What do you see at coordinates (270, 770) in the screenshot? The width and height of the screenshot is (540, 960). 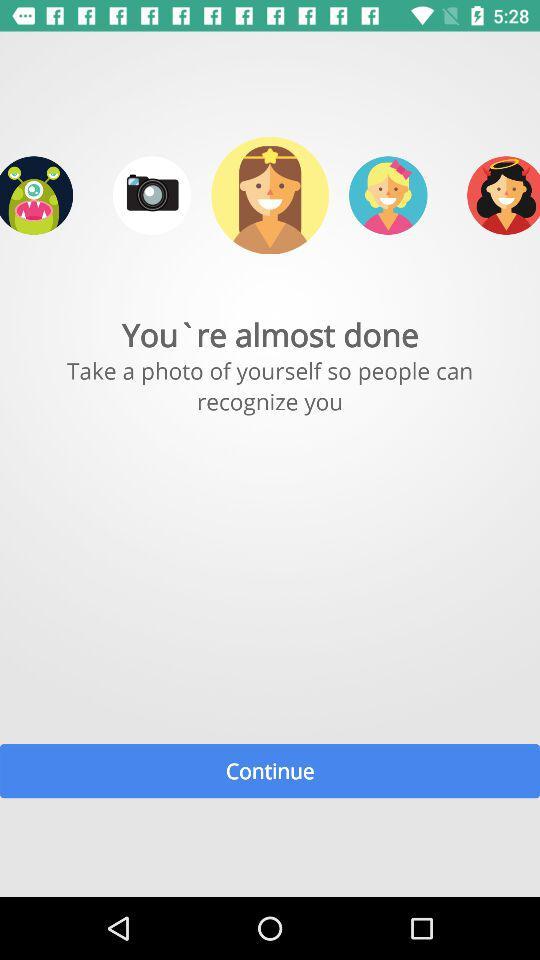 I see `the continue item` at bounding box center [270, 770].